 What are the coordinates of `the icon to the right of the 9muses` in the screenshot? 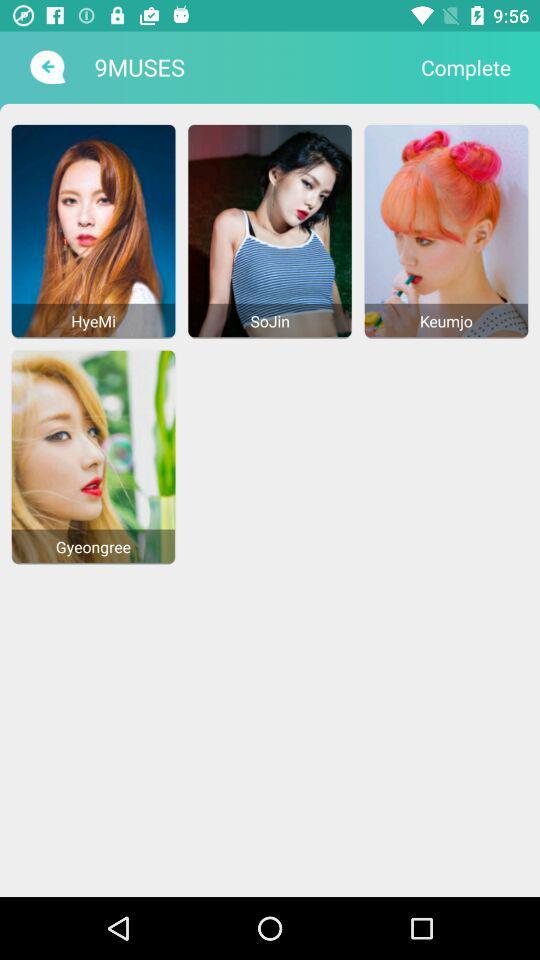 It's located at (466, 67).